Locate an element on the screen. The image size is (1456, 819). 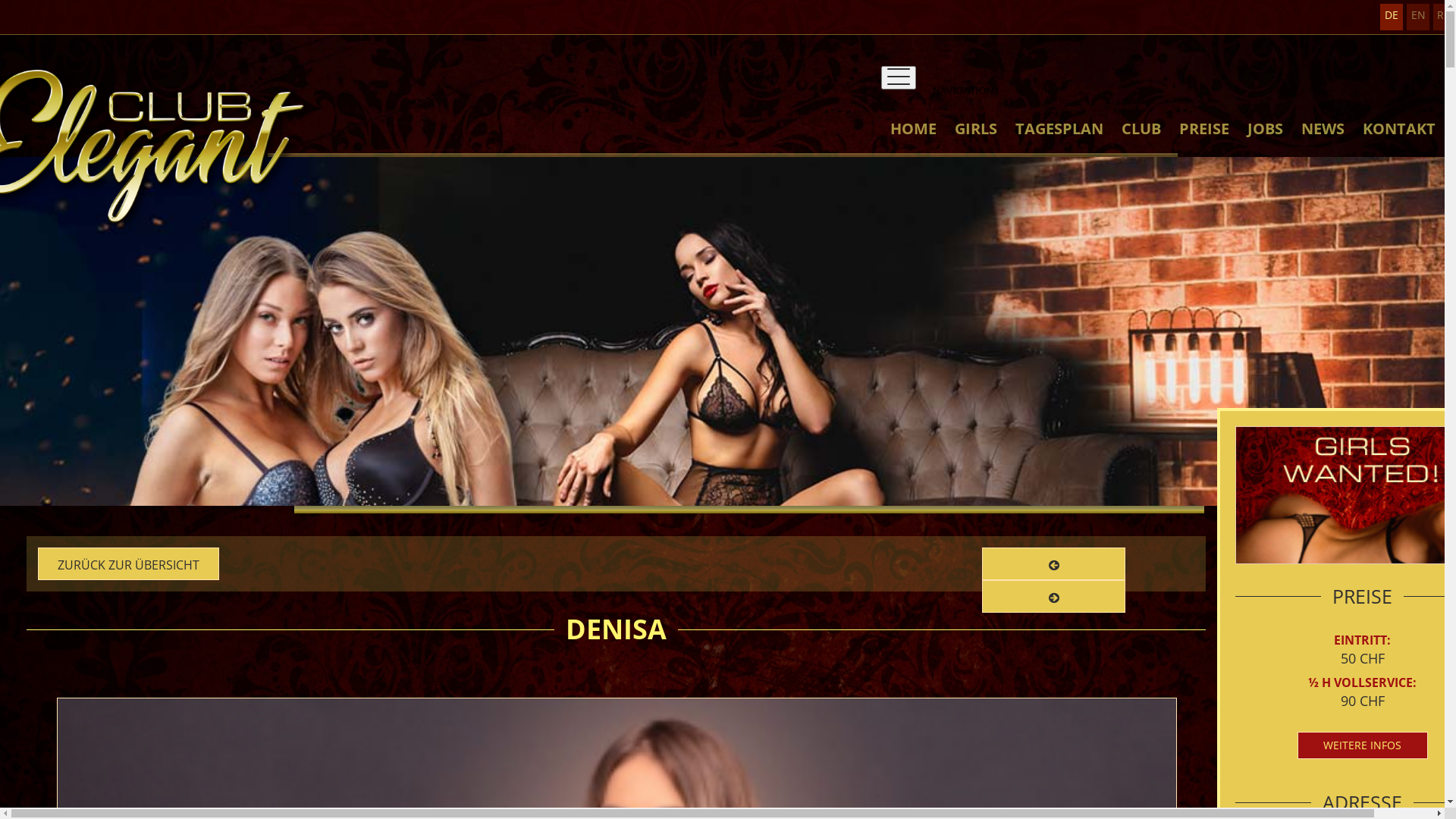
'WEITERE INFOS' is located at coordinates (1361, 745).